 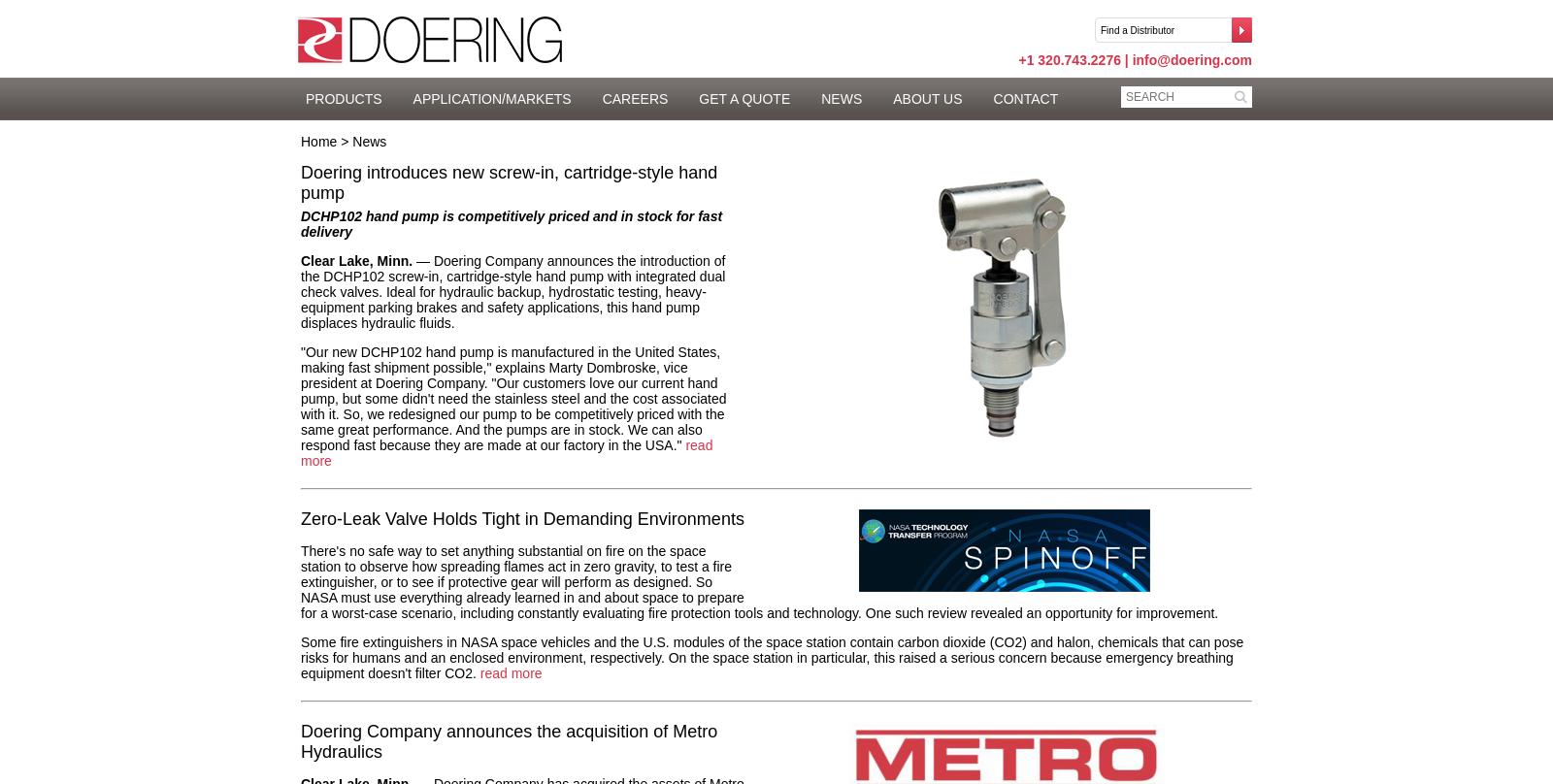 I want to click on '— Doering Company announces the introduction of the DCHP102 screw-in, cartridge-style hand pump with integrated dual check valves. Ideal for hydraulic backup, hydrostatic testing, heavy-equipment parking brakes and safety applications, this hand pump displaces hydraulic fluids.', so click(x=512, y=291).